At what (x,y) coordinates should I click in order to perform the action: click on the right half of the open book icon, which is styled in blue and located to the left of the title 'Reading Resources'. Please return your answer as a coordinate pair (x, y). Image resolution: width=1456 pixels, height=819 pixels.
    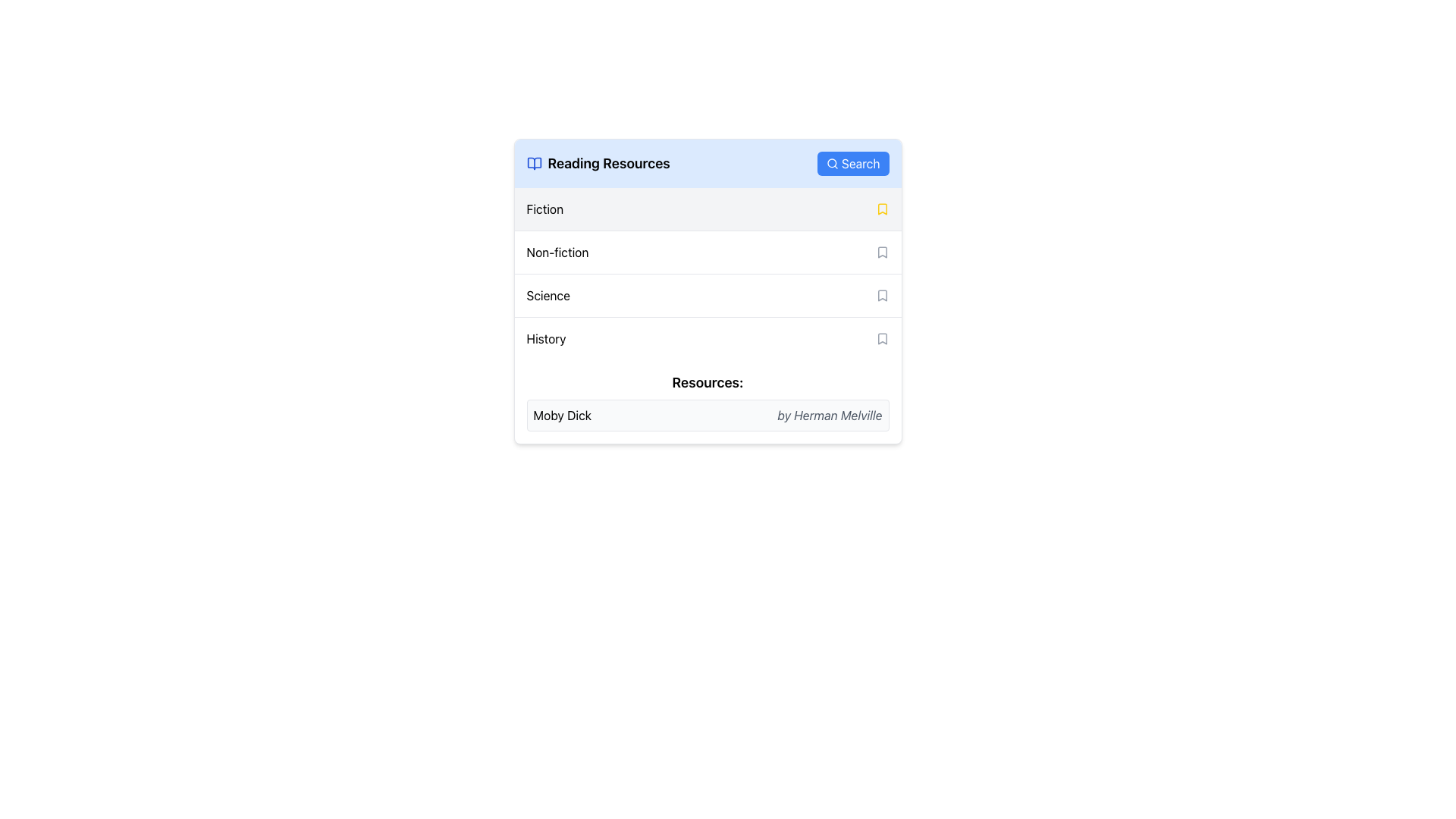
    Looking at the image, I should click on (534, 164).